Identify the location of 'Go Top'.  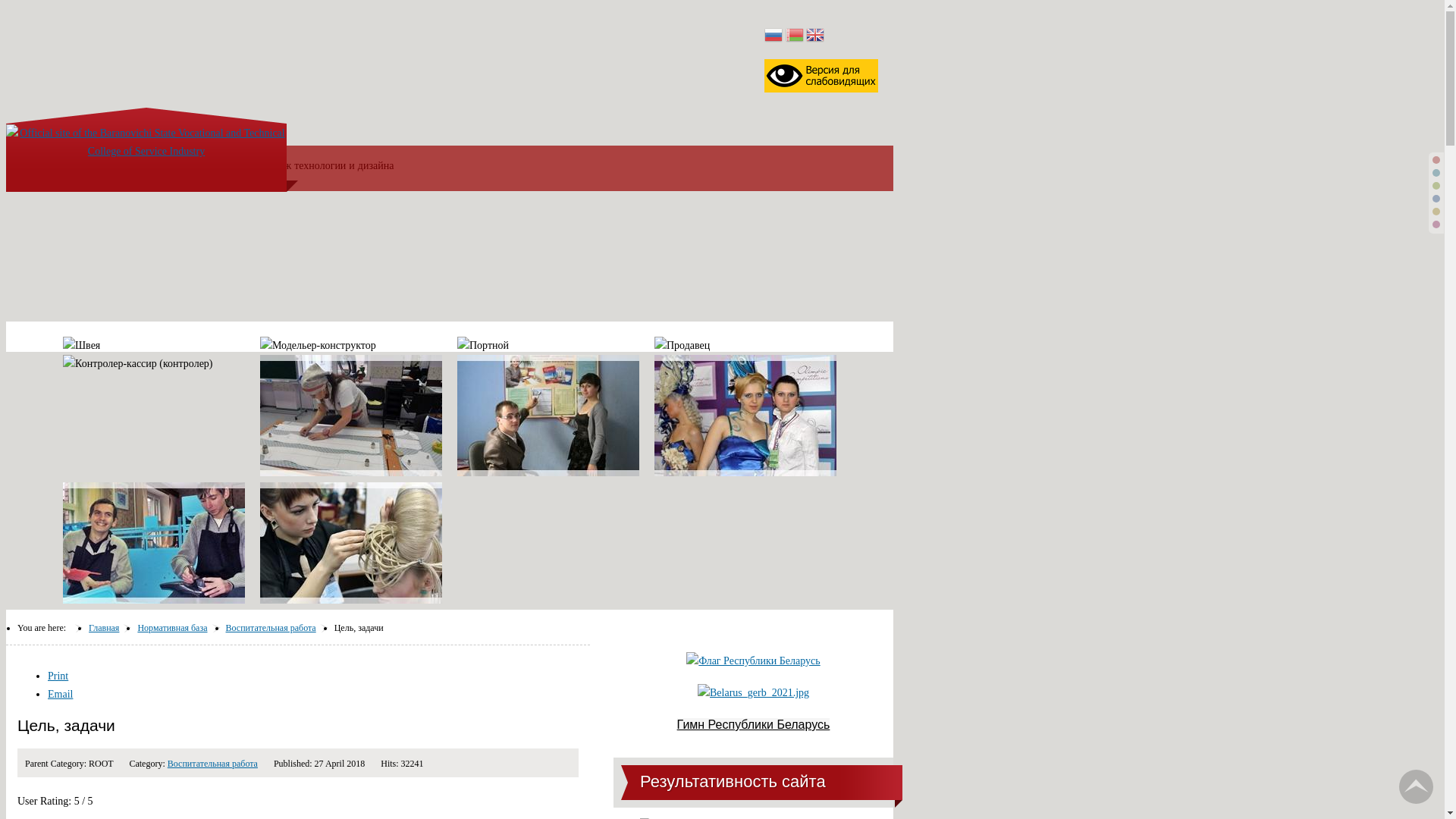
(1415, 786).